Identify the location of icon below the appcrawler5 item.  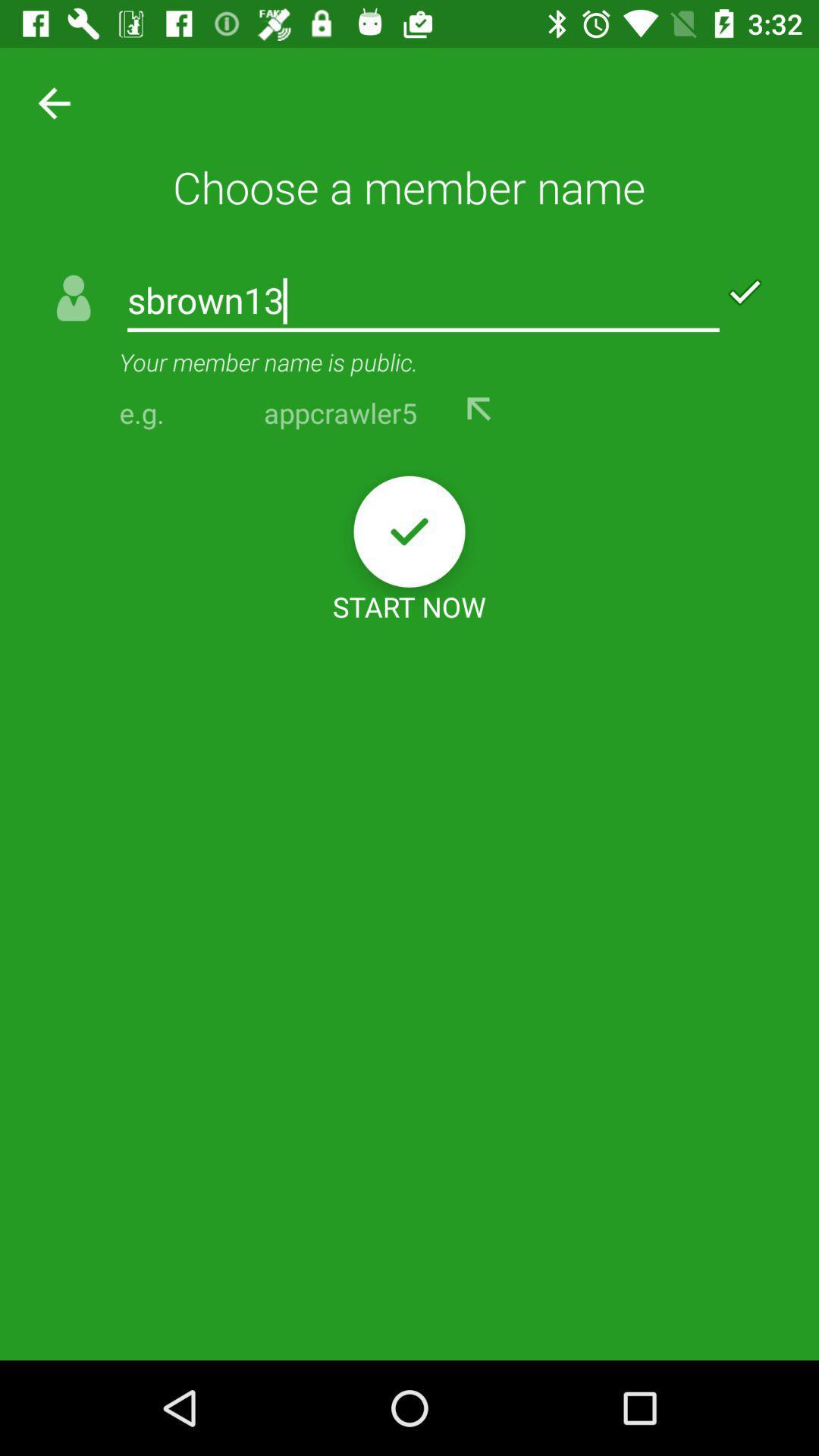
(409, 532).